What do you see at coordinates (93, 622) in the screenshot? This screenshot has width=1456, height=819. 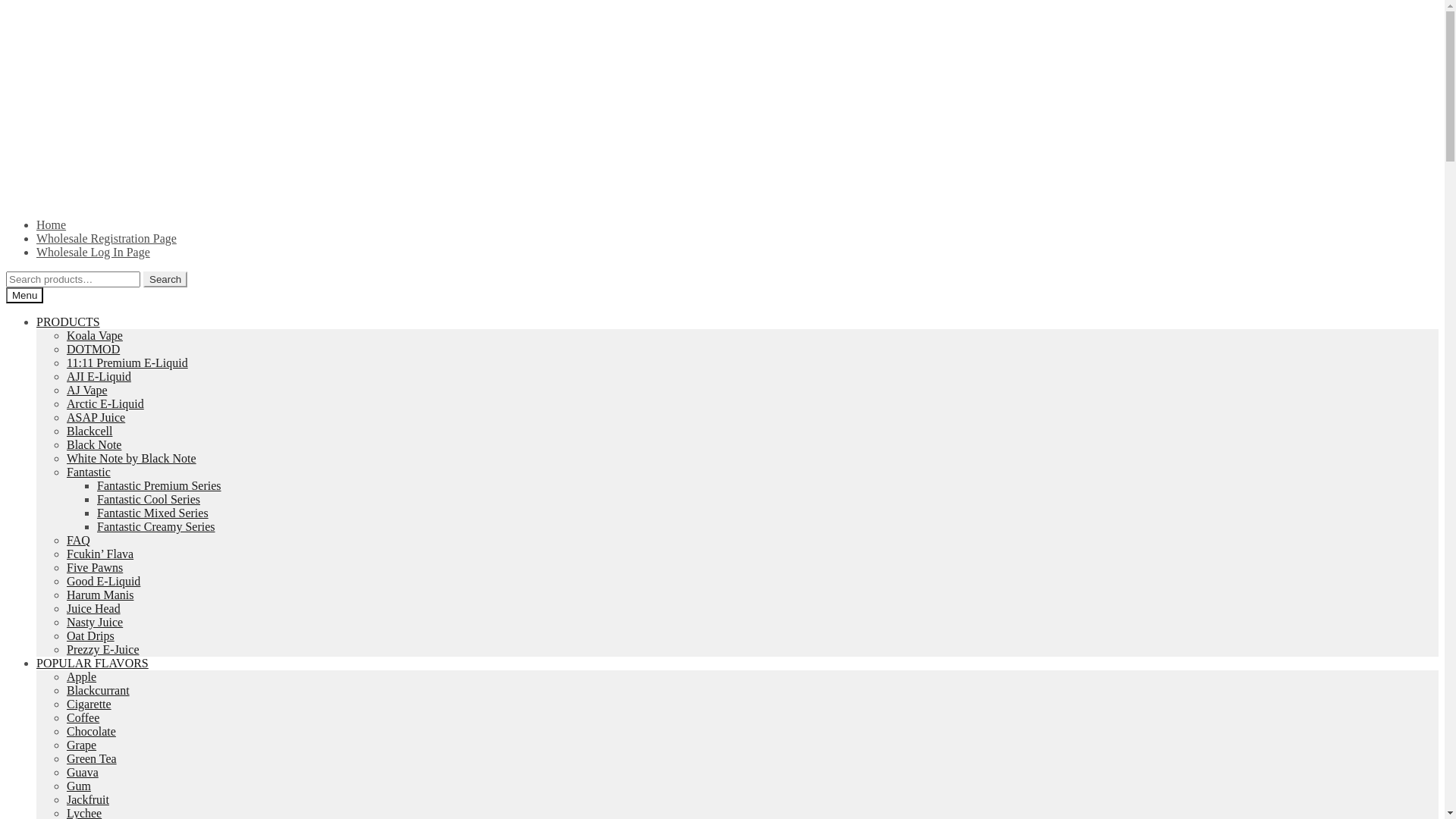 I see `'Nasty Juice'` at bounding box center [93, 622].